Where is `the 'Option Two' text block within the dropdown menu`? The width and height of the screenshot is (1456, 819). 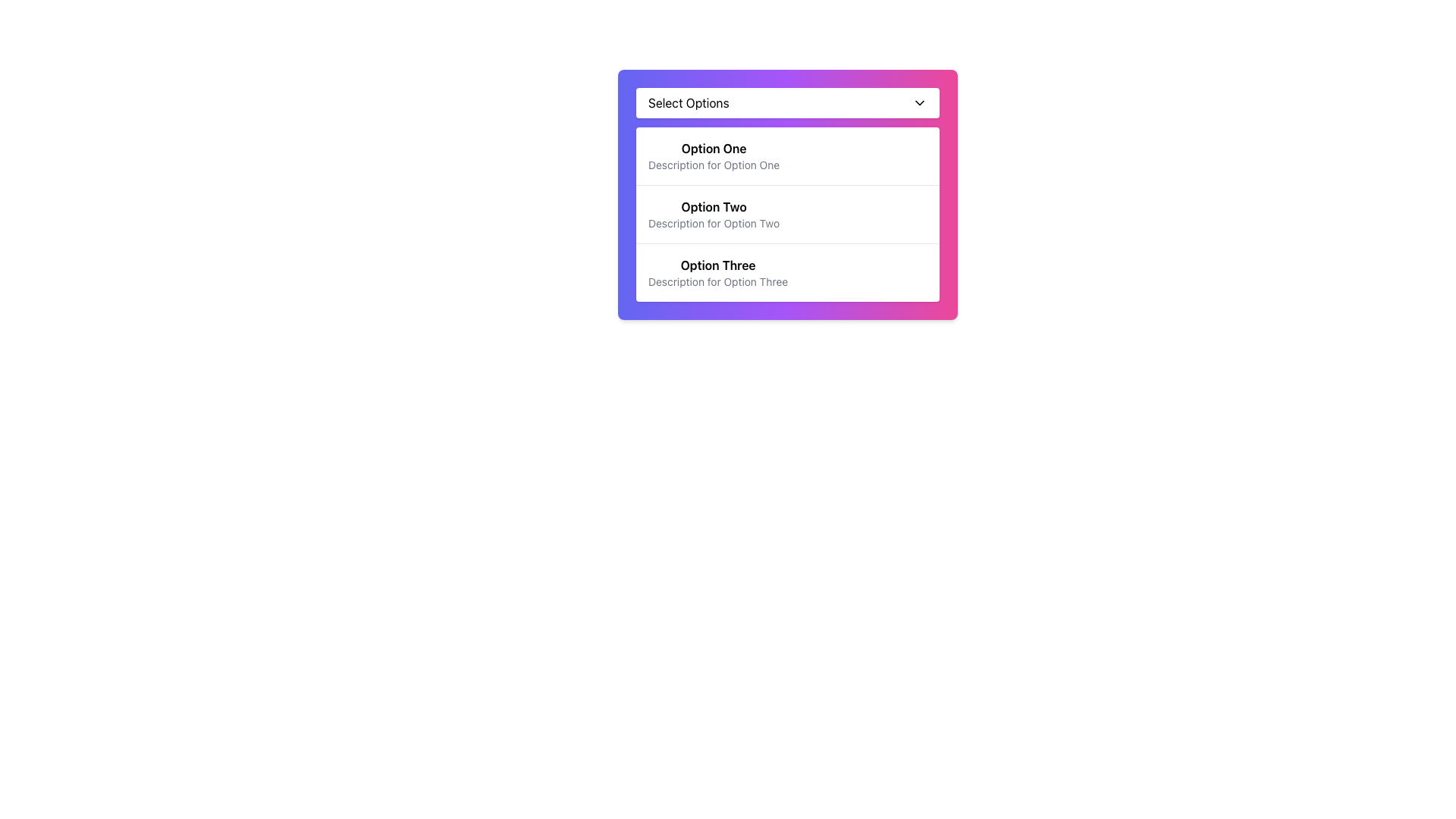 the 'Option Two' text block within the dropdown menu is located at coordinates (713, 214).